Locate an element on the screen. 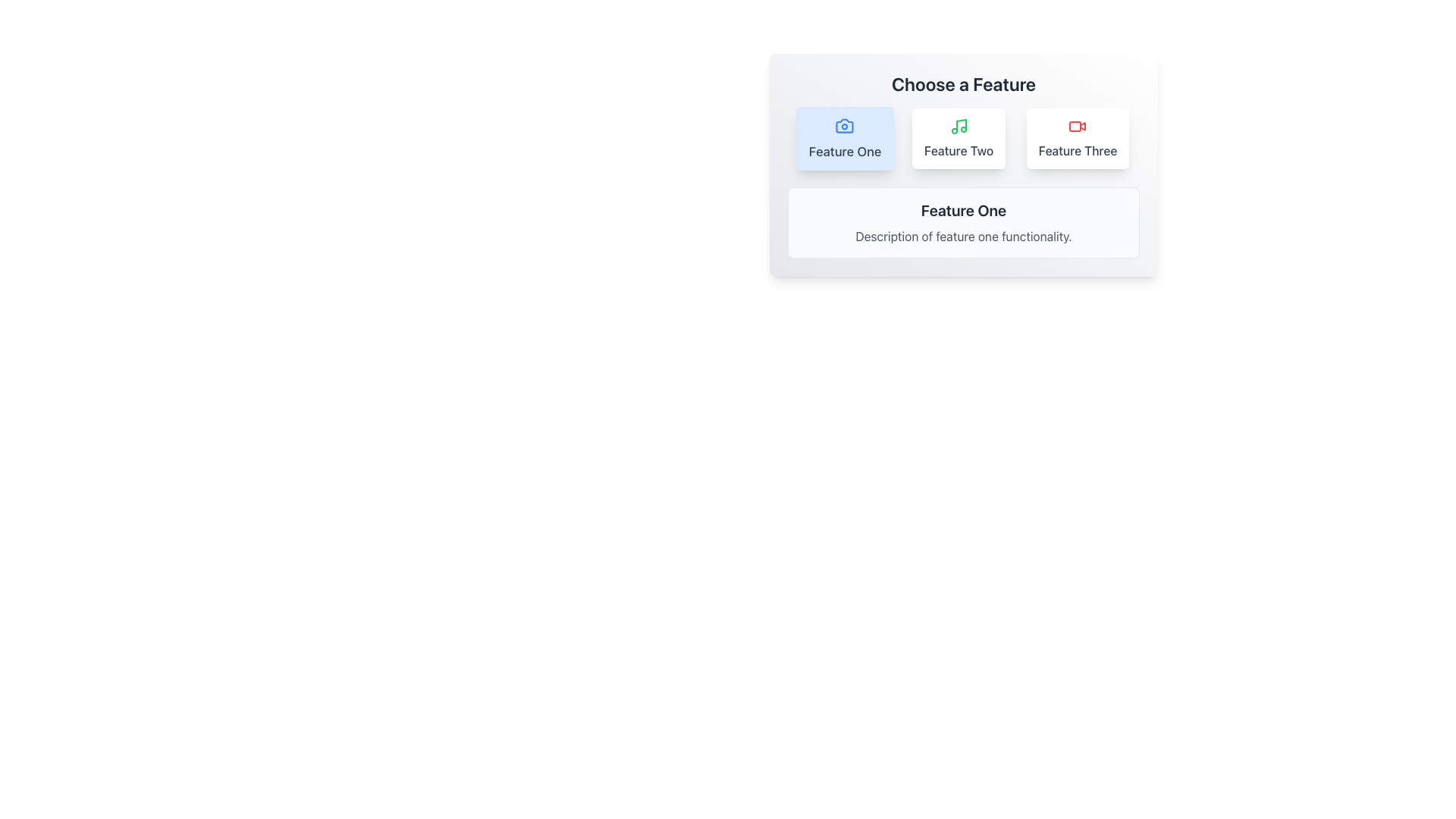 Image resolution: width=1456 pixels, height=819 pixels. outer outline of the stylized camera icon, which is part of the 'Feature One' button located in the center-left of the card interface, for debugging purposes is located at coordinates (844, 125).